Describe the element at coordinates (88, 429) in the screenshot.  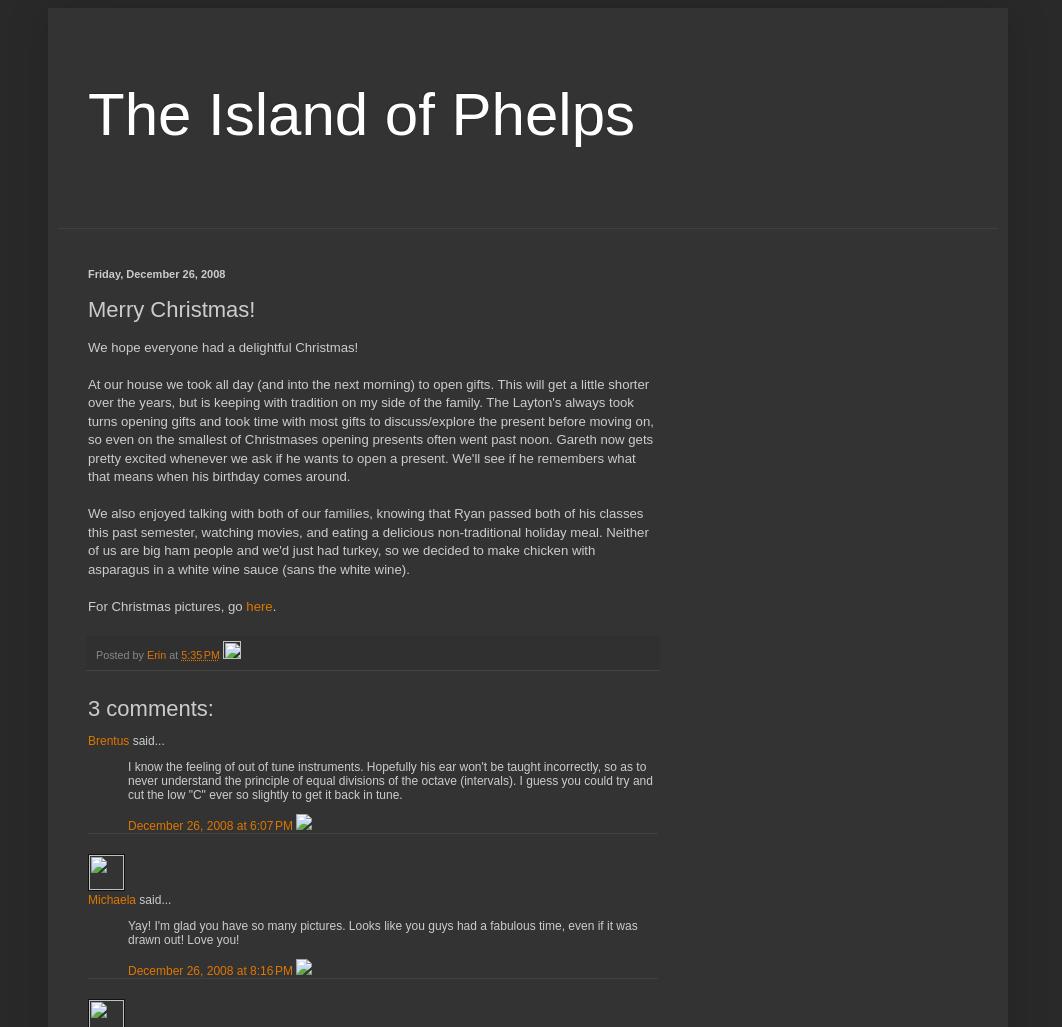
I see `'At our house we took all day (and into the next morning) to open gifts. This will get a little shorter over the years, but is keeping with tradition on my side of the family. The Layton's always took turns opening gifts and took time with most gifts to discuss/explore the present before moving on, so even on the smallest of Christmases opening presents often went past noon. Gareth now gets pretty excited whenever we ask if he wants to open a present. We'll see if he remembers what that means when his birthday comes around.'` at that location.